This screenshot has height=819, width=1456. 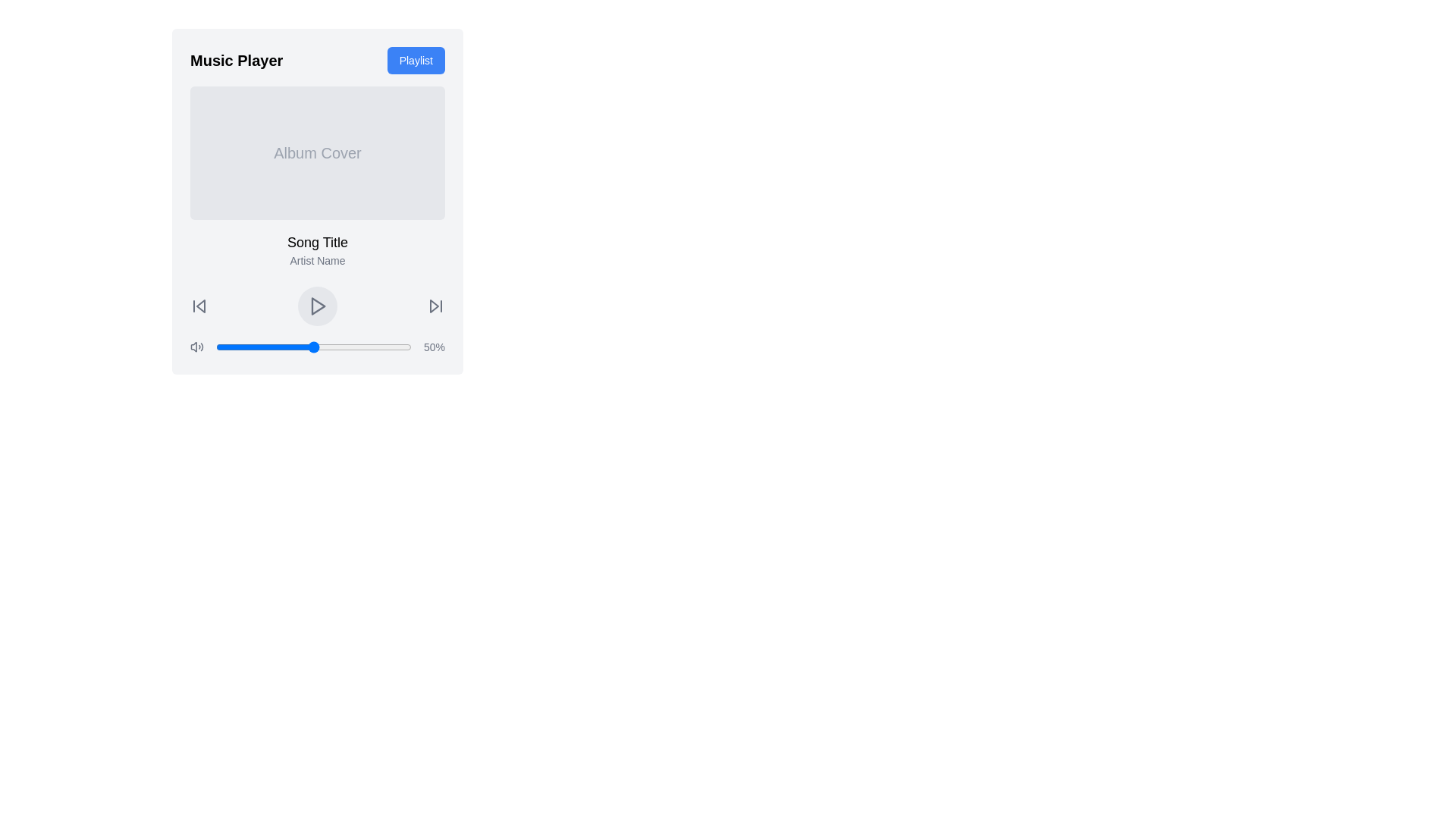 I want to click on the text label displaying details about the currently playing song, which is positioned below the 'Album Cover' and above the music controls section, so click(x=316, y=249).